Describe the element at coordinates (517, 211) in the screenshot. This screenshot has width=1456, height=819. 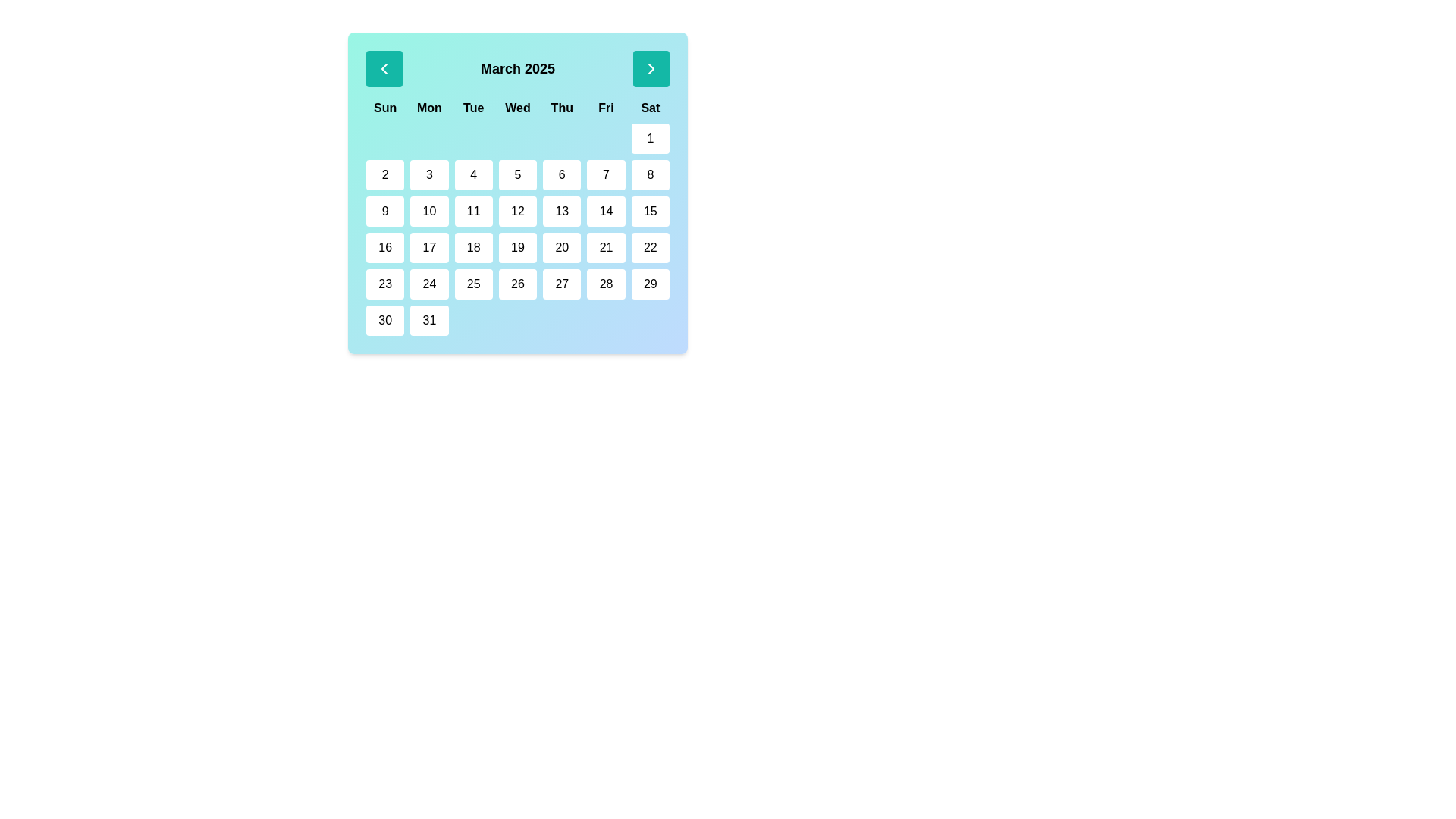
I see `the button representing the 12th day of the month in the calendar interface` at that location.